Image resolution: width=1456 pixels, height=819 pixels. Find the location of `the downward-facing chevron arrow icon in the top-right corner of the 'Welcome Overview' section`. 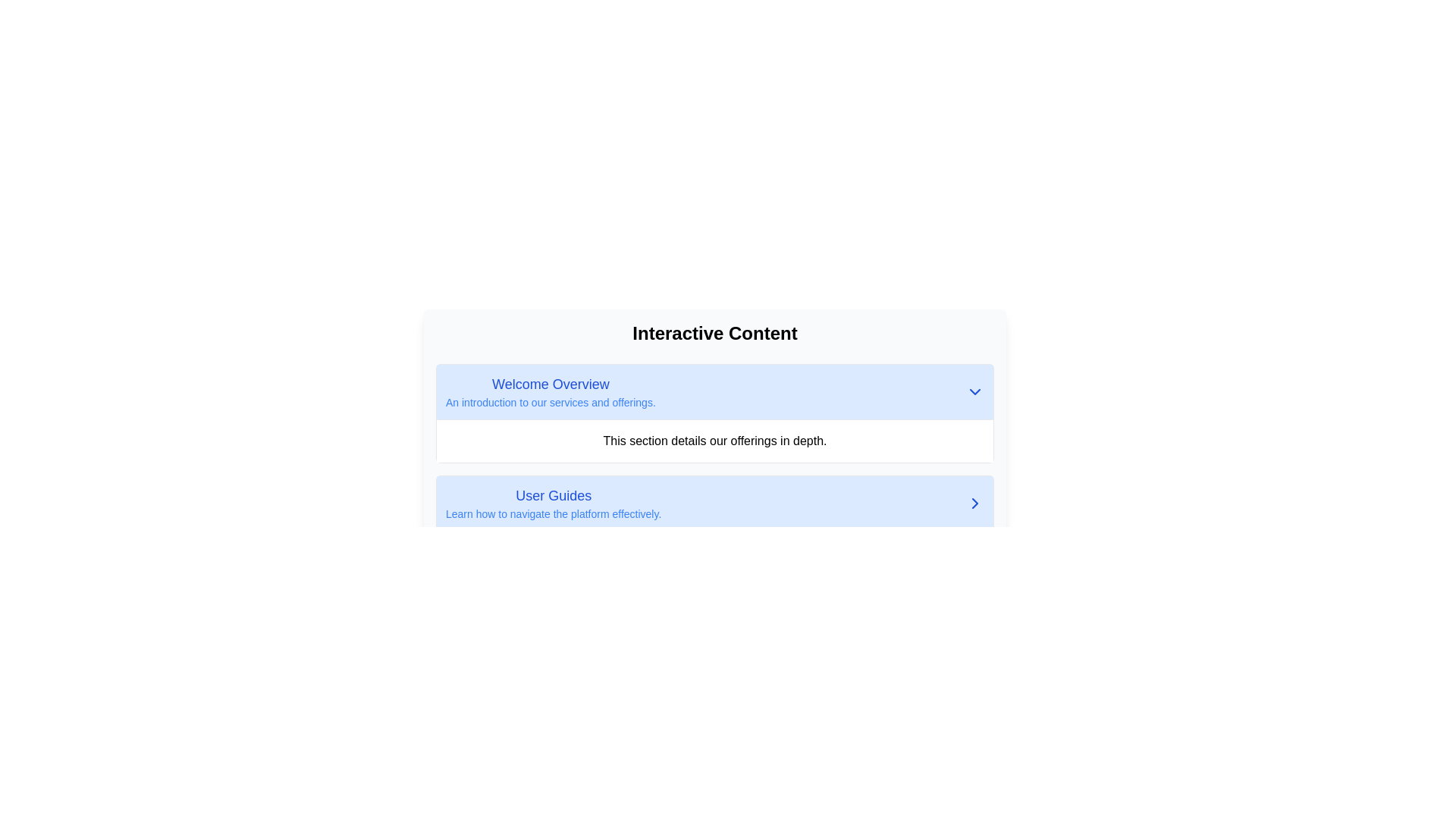

the downward-facing chevron arrow icon in the top-right corner of the 'Welcome Overview' section is located at coordinates (975, 391).